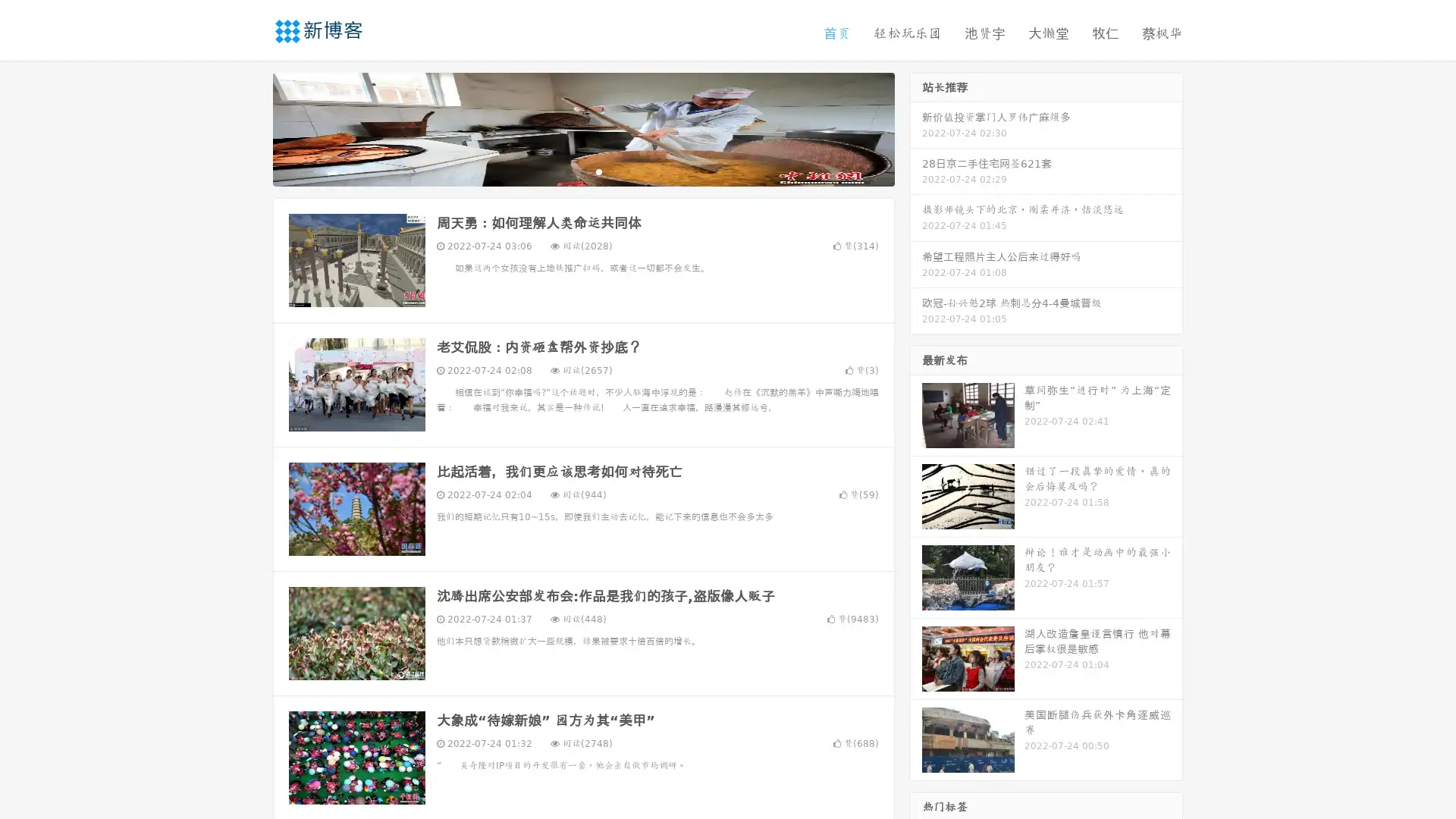 The height and width of the screenshot is (819, 1456). I want to click on Go to slide 2, so click(582, 171).